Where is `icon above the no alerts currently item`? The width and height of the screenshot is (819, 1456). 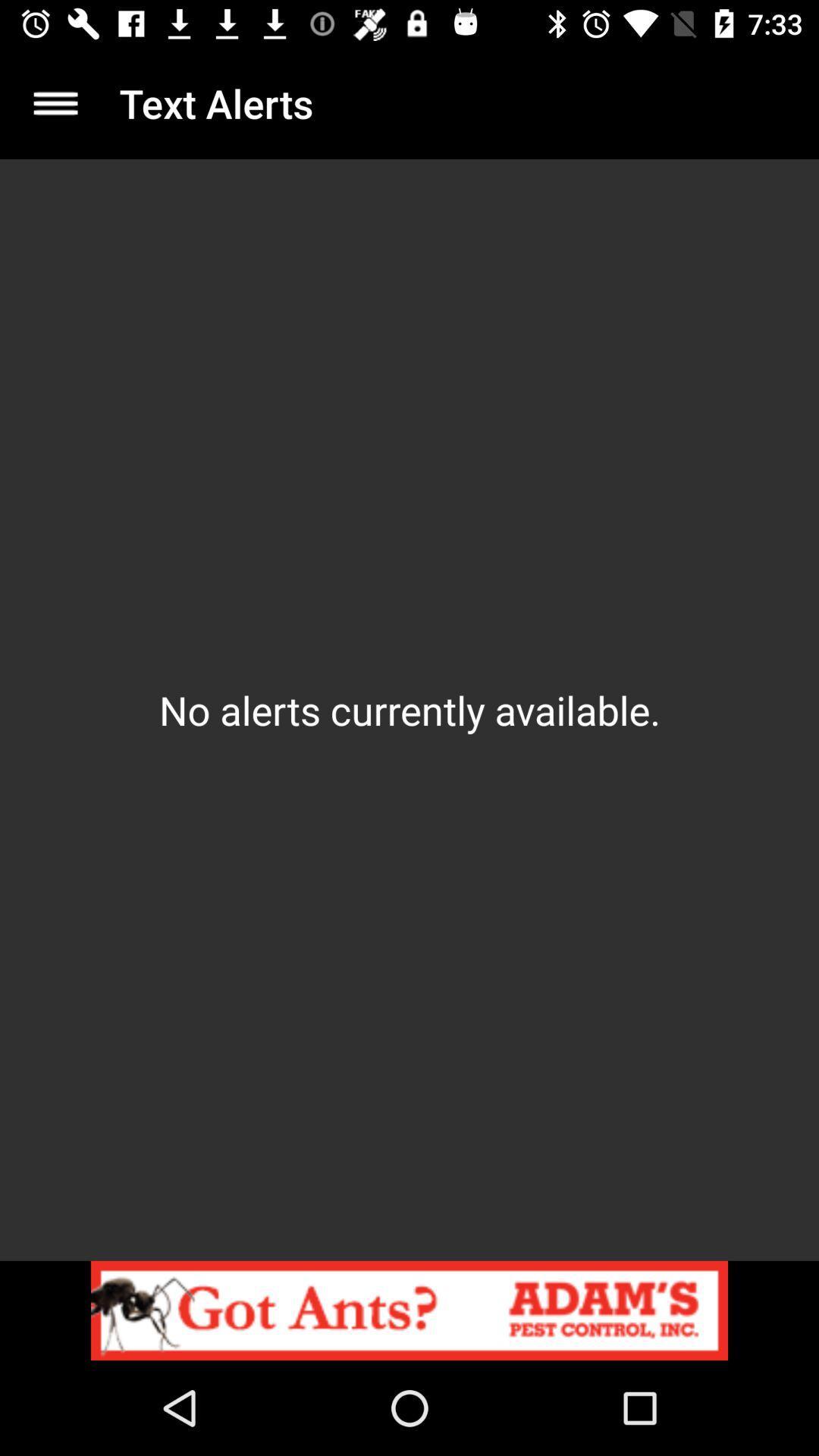
icon above the no alerts currently item is located at coordinates (55, 102).